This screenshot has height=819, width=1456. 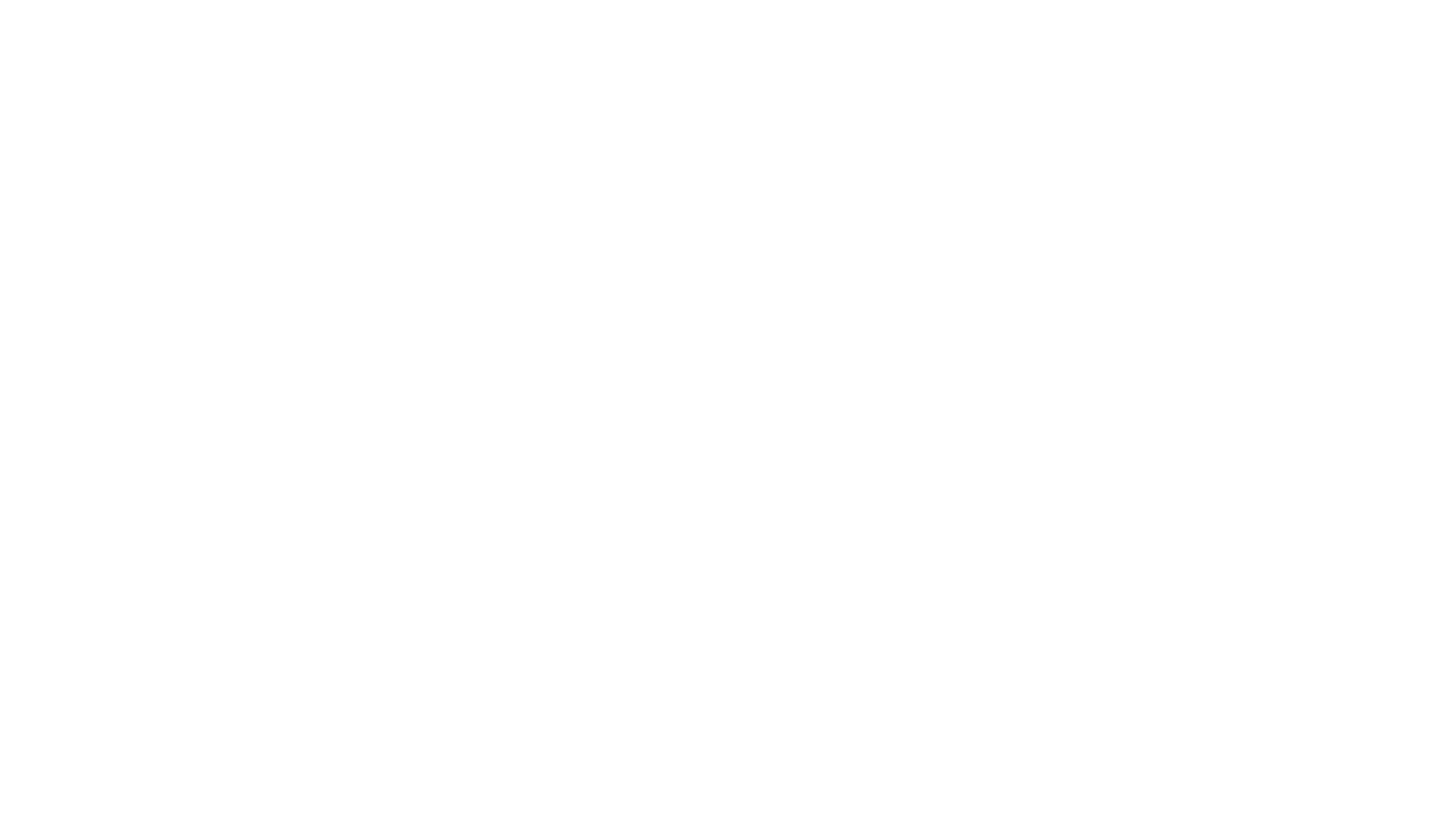 I want to click on 'SmugMug', so click(x=58, y=23).